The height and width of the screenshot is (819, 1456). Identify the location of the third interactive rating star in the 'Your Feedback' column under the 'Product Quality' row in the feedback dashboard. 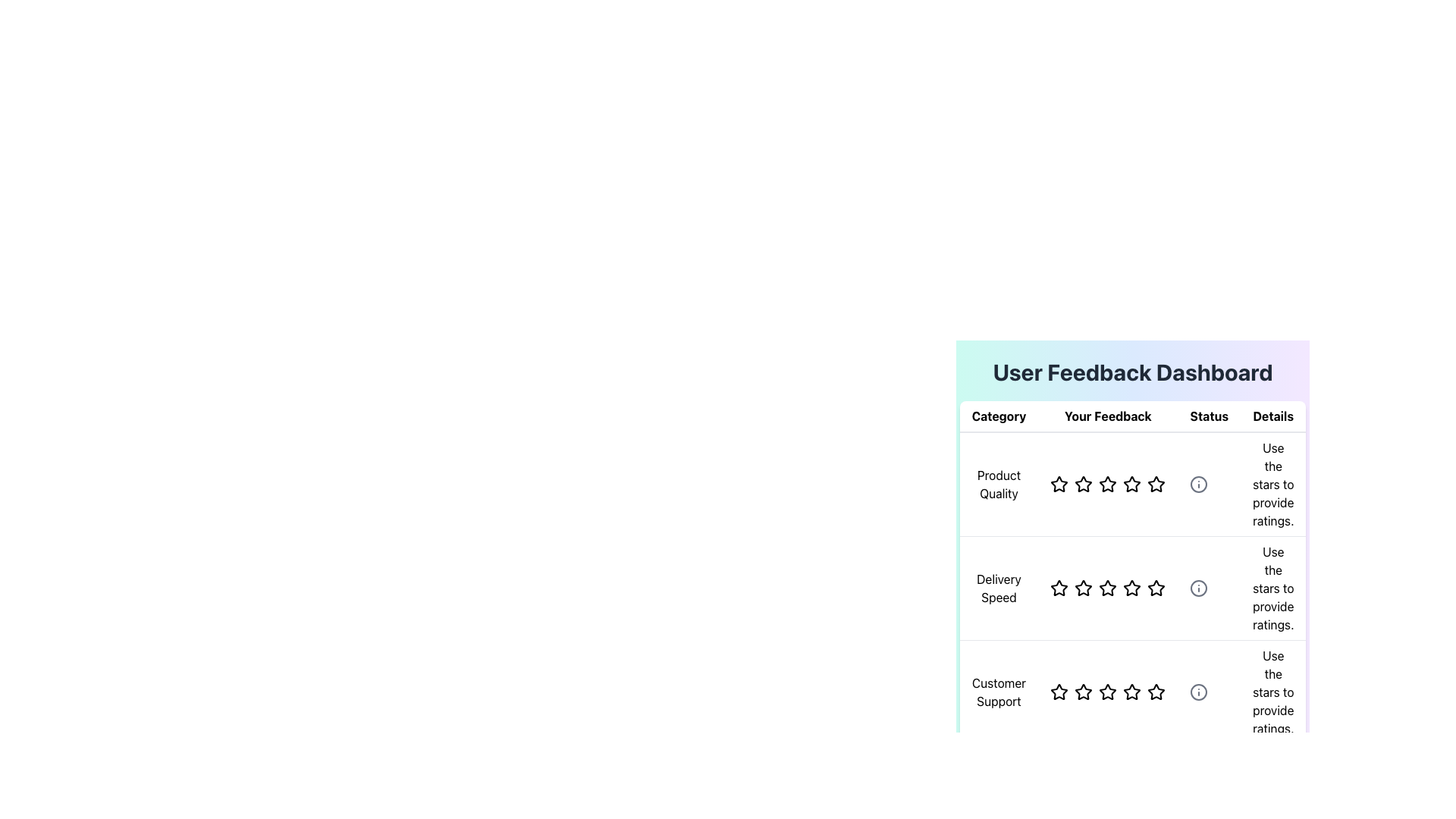
(1108, 484).